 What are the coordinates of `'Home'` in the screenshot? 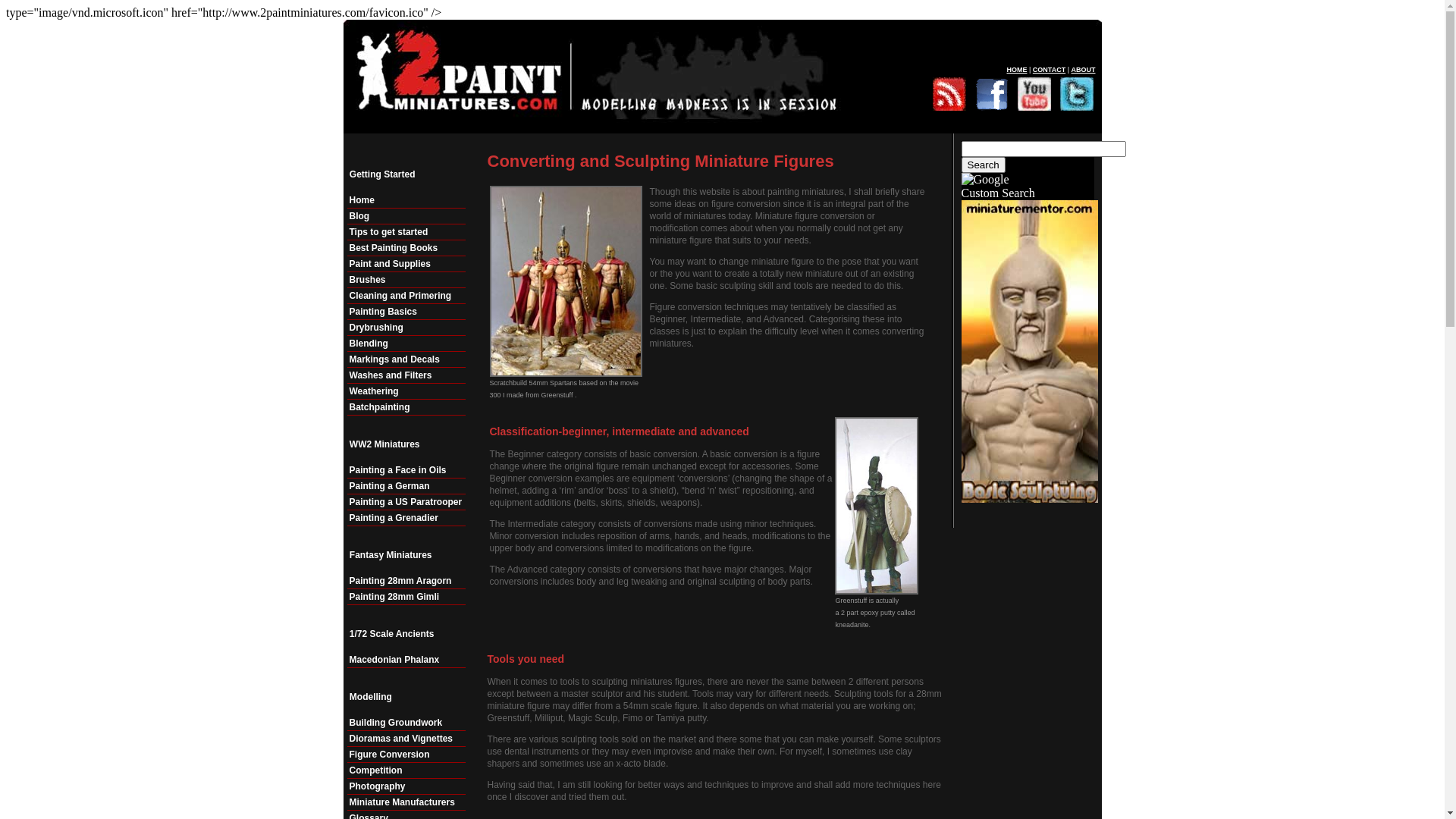 It's located at (406, 199).